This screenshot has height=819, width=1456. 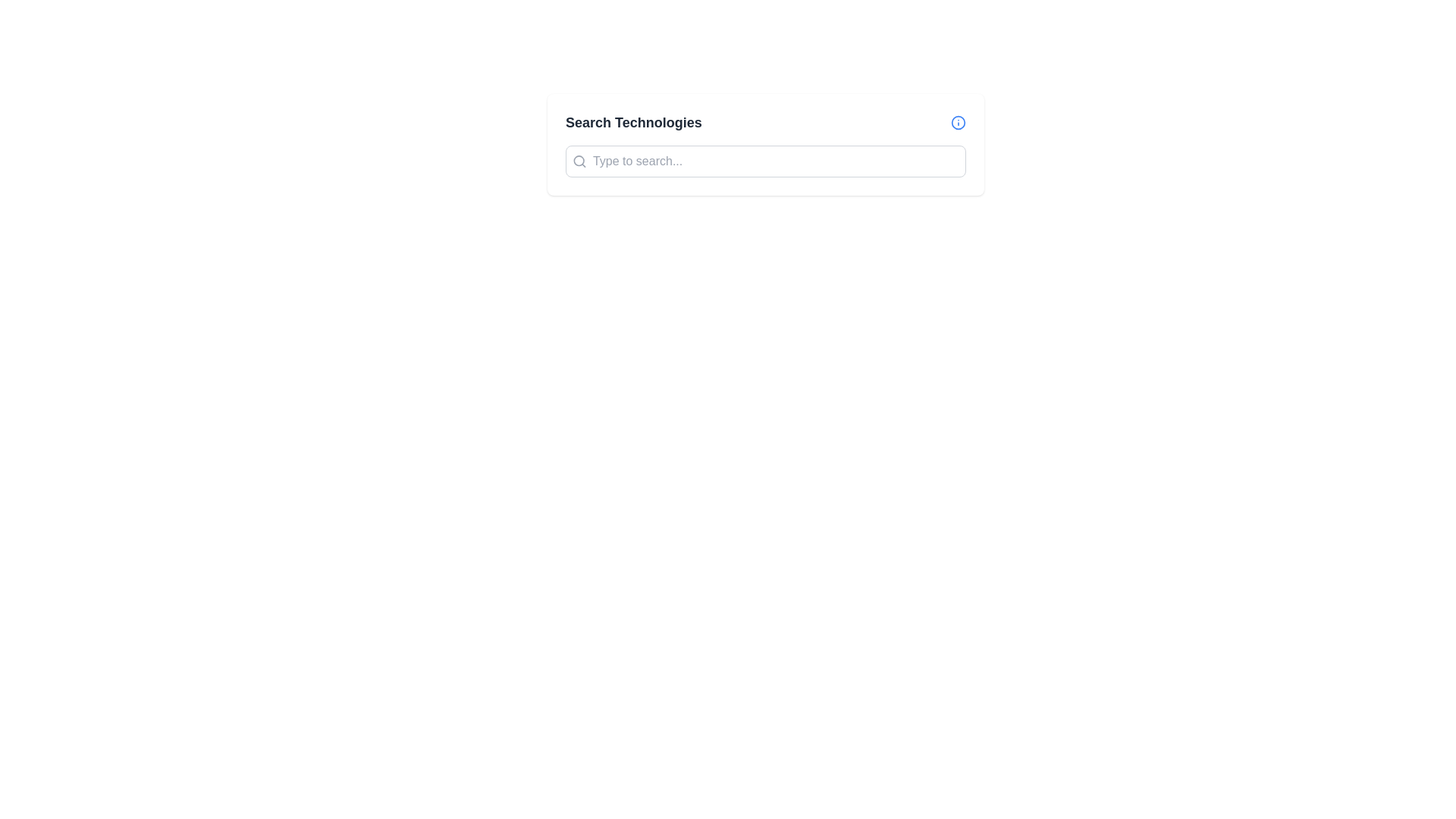 What do you see at coordinates (579, 161) in the screenshot?
I see `the search icon represented as a magnifying glass with a gray circular outline, located at the left side of the search bar` at bounding box center [579, 161].